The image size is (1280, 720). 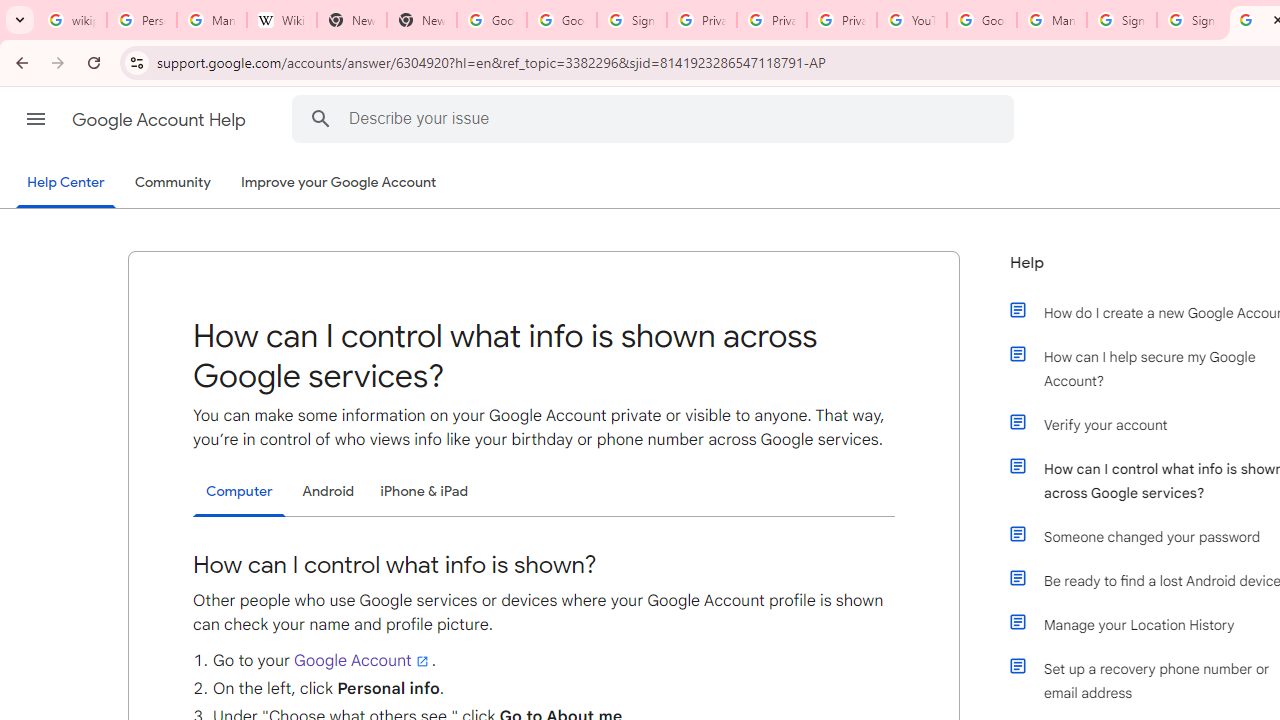 What do you see at coordinates (172, 183) in the screenshot?
I see `'Community'` at bounding box center [172, 183].